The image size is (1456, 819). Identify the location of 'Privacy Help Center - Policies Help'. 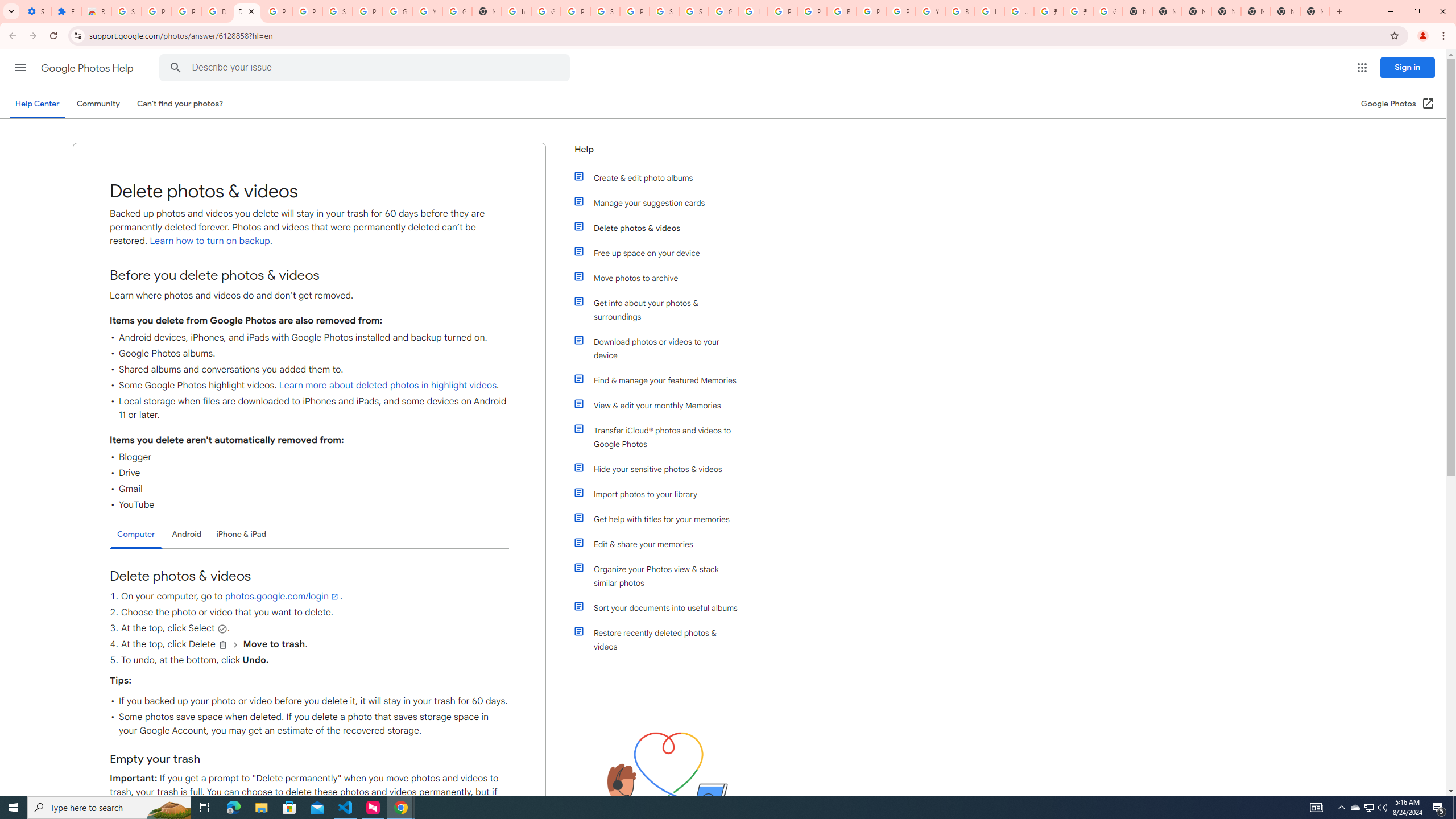
(782, 11).